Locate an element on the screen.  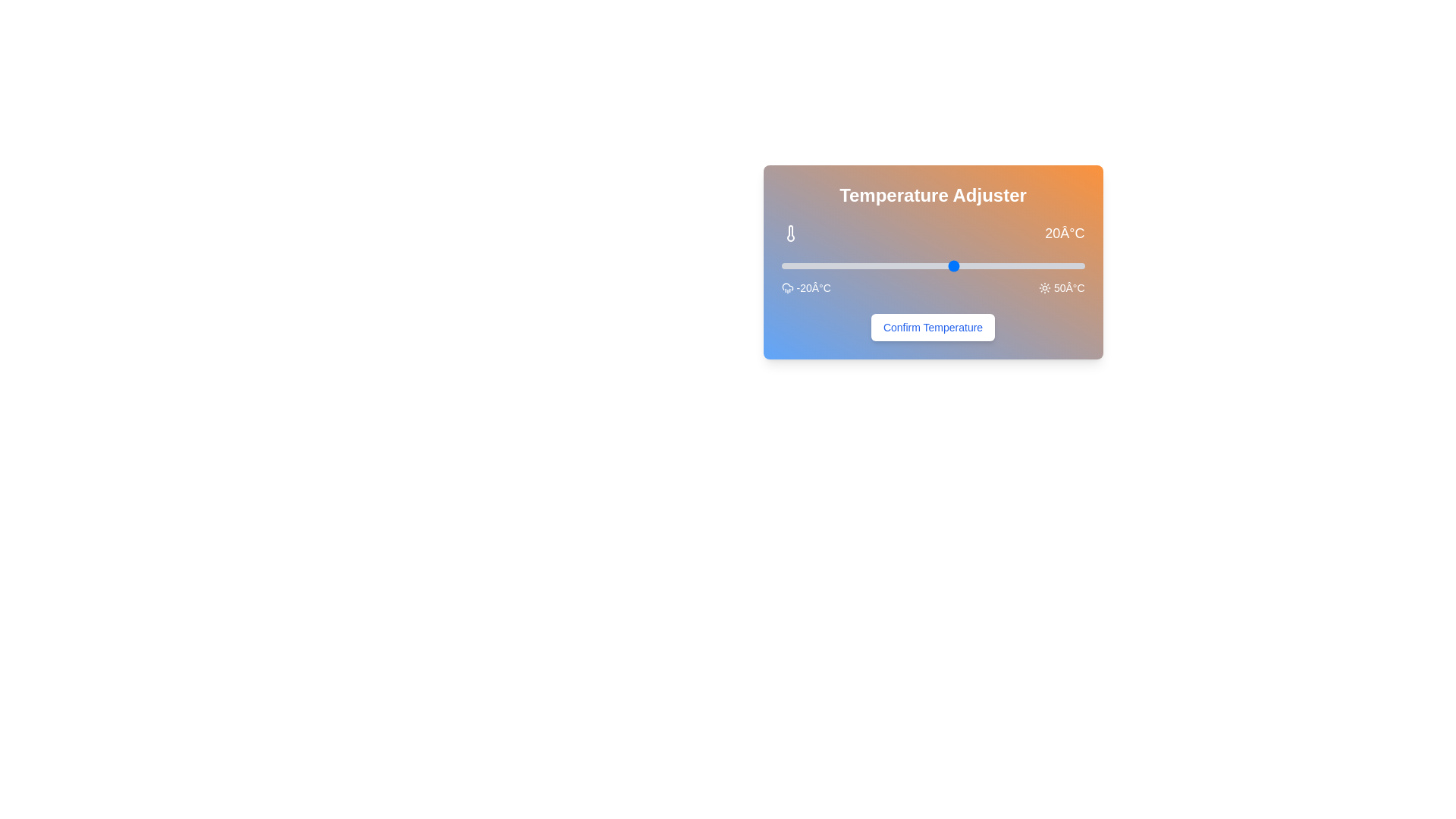
the temperature slider to -4°C is located at coordinates (850, 265).